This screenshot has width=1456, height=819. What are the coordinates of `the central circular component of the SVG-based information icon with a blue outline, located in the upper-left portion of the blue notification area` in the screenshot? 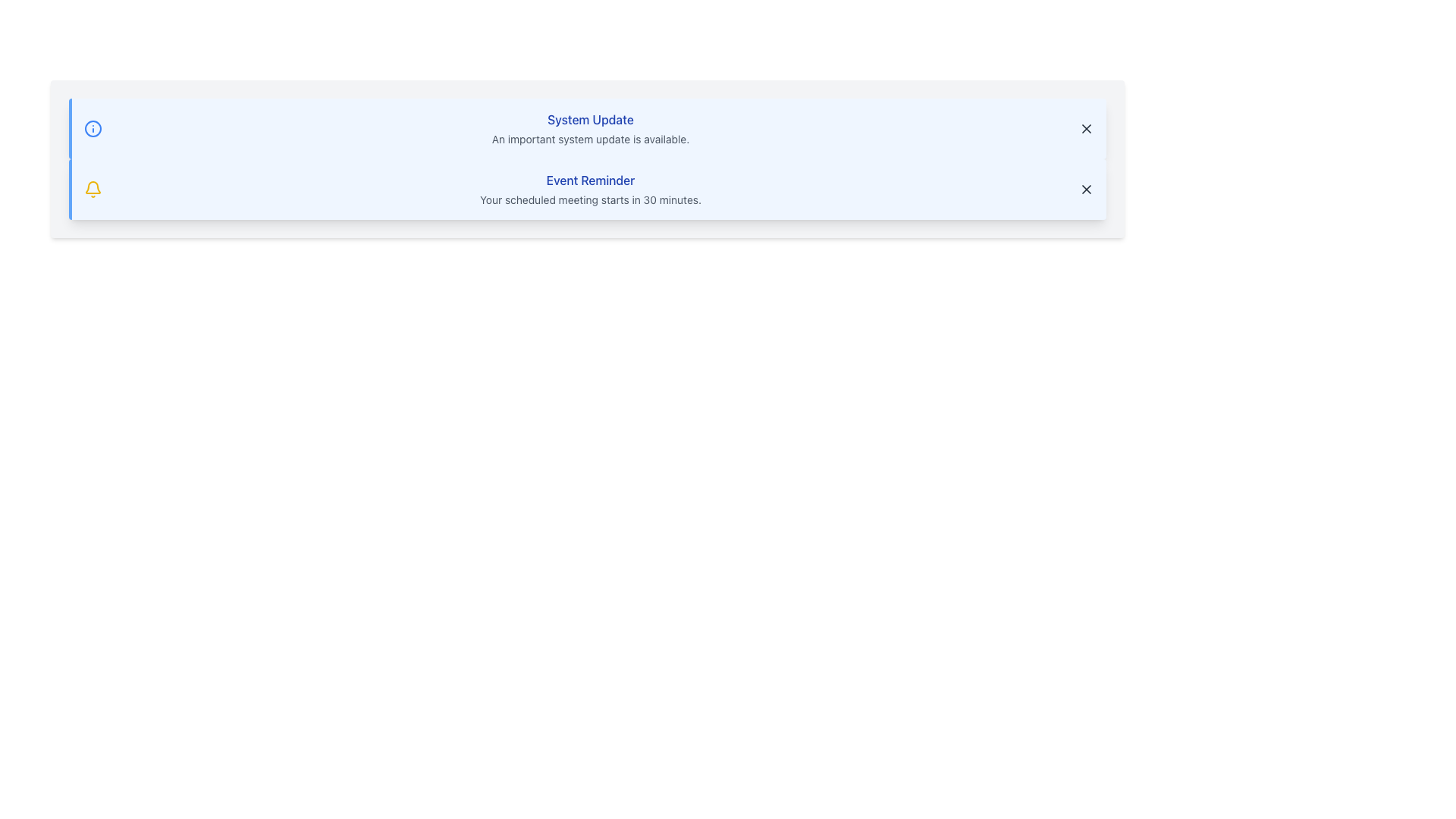 It's located at (93, 127).